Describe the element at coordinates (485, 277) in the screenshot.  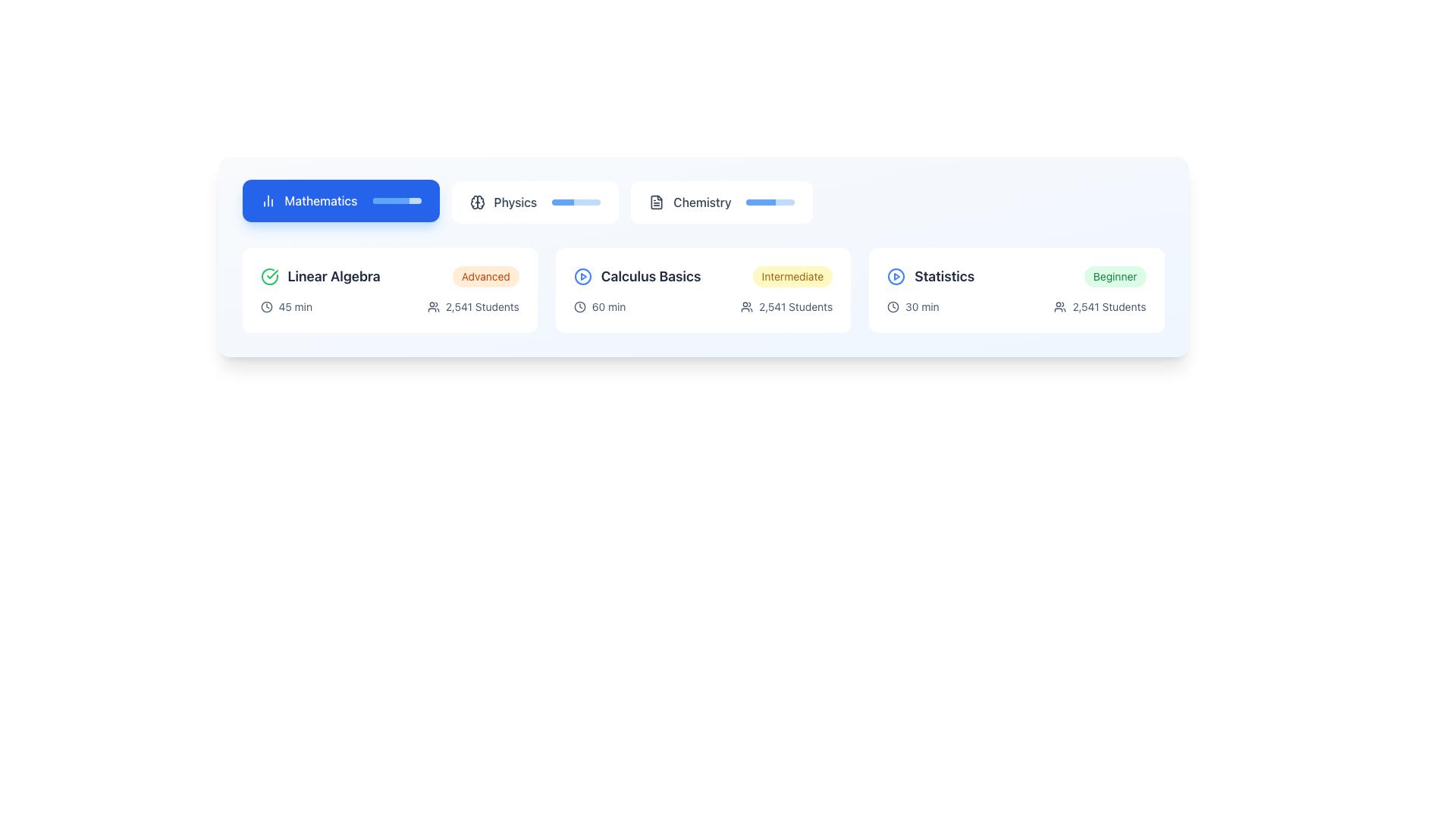
I see `the difficulty or progress indicator badge for the 'Linear Algebra' course, which is located on the right side of the course module, aligned with the course title` at that location.